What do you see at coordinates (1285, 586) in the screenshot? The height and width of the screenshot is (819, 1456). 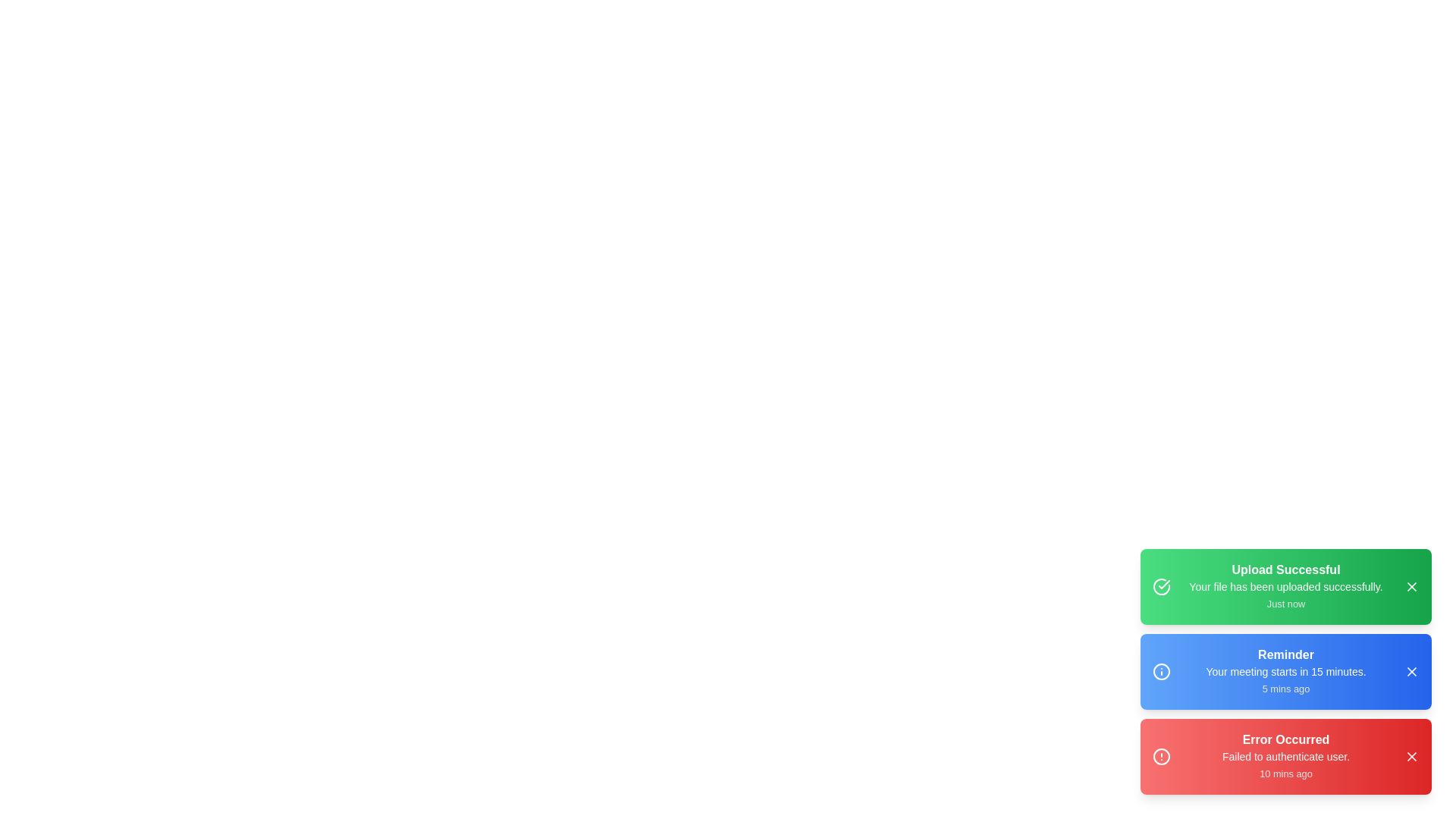 I see `the details of the notification with title Upload Successful` at bounding box center [1285, 586].